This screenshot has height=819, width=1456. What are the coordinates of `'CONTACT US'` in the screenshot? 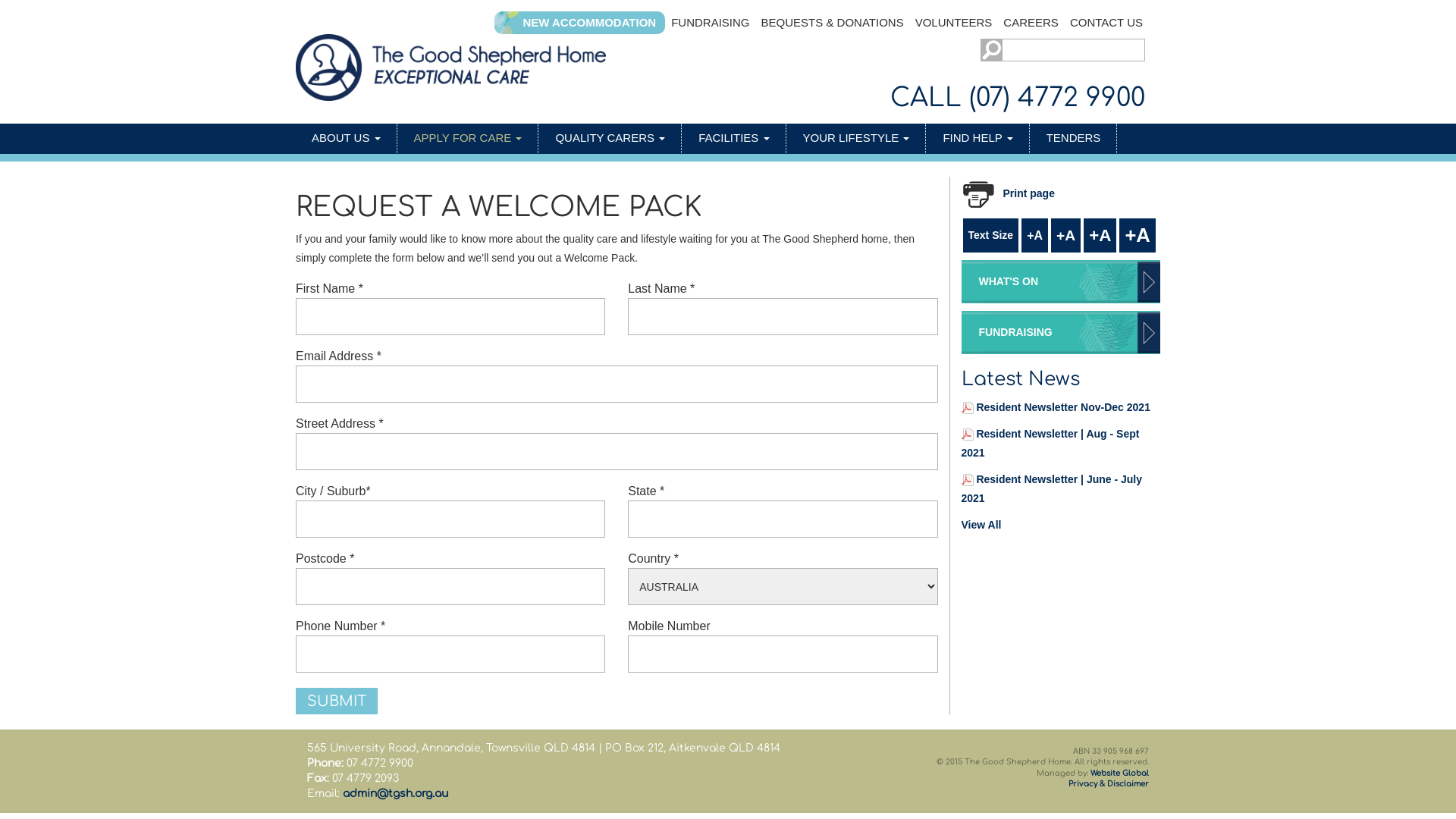 It's located at (1106, 23).